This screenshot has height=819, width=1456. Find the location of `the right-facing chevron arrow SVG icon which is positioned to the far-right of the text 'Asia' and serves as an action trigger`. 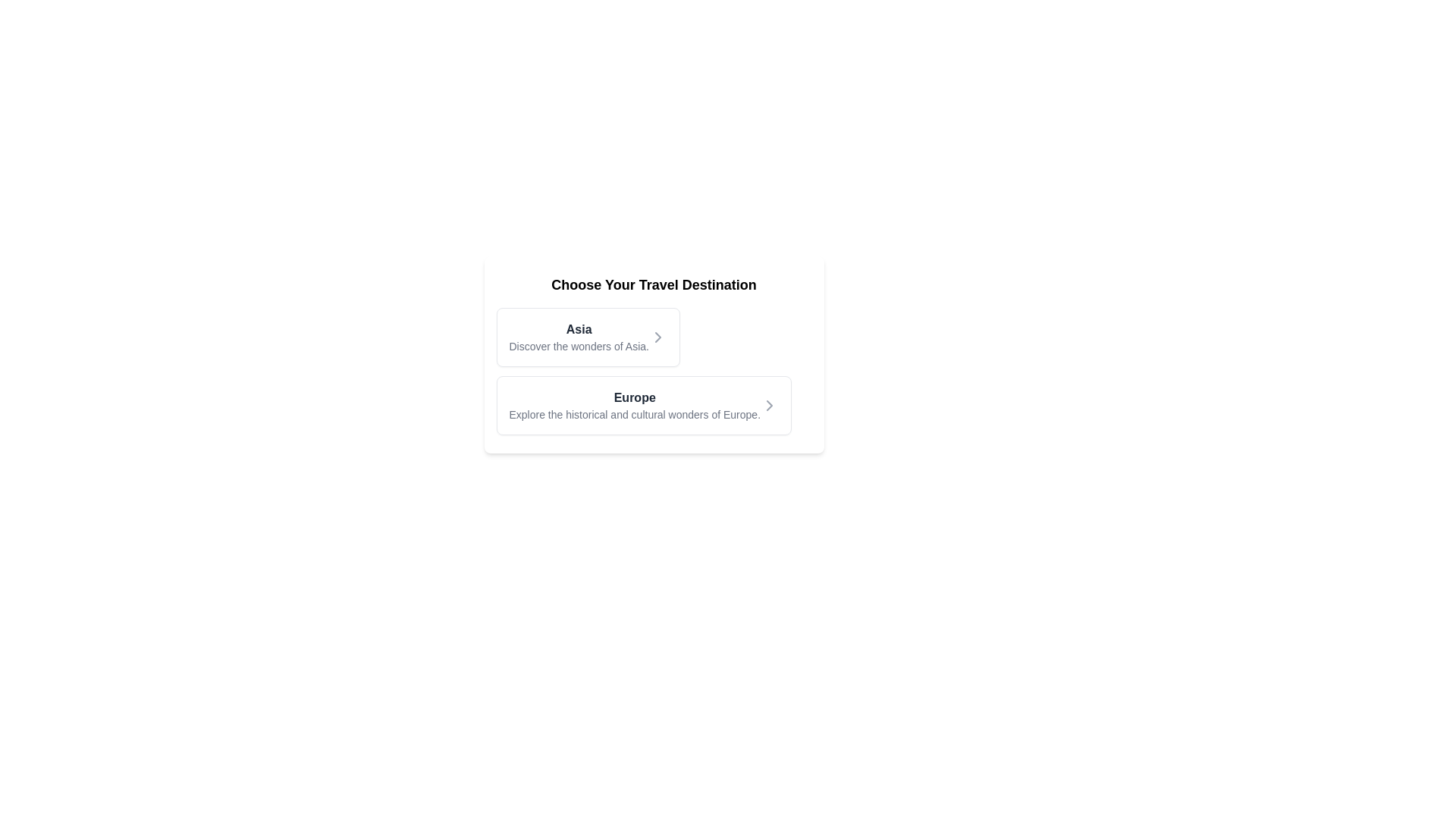

the right-facing chevron arrow SVG icon which is positioned to the far-right of the text 'Asia' and serves as an action trigger is located at coordinates (657, 336).